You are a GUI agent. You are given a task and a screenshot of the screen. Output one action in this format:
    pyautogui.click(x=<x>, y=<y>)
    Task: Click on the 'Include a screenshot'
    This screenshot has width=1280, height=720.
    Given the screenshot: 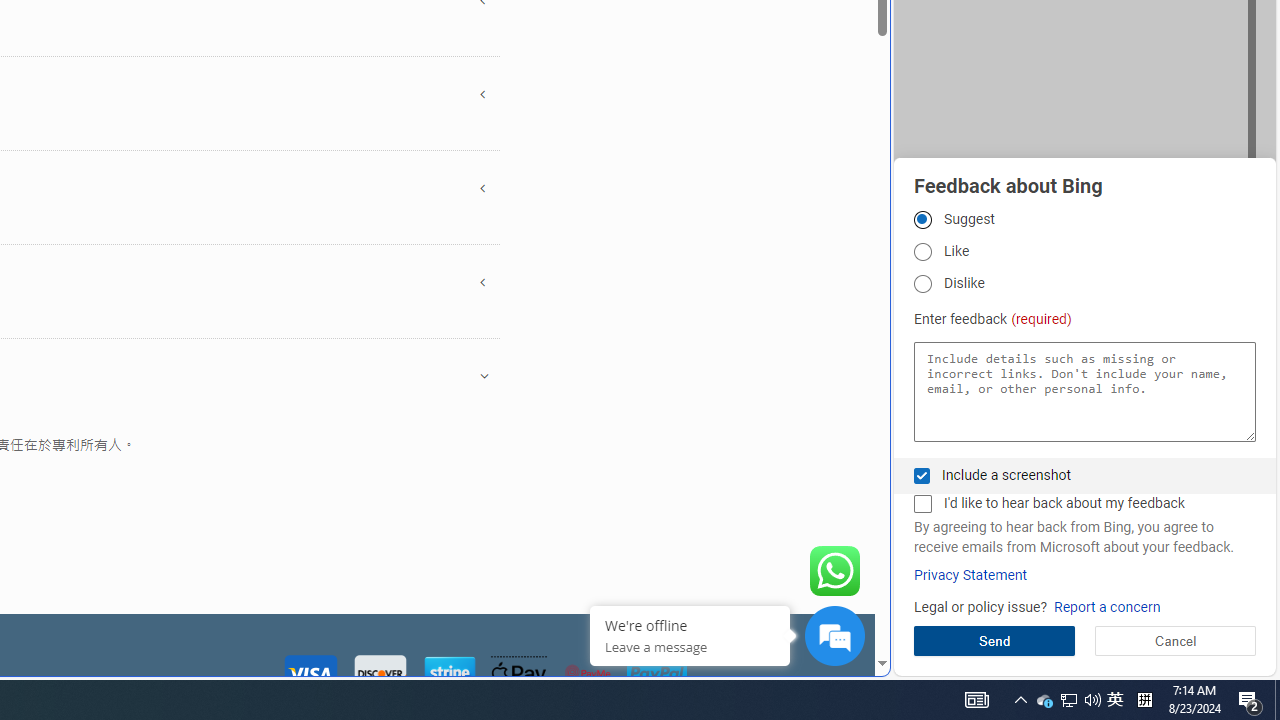 What is the action you would take?
    pyautogui.click(x=921, y=475)
    